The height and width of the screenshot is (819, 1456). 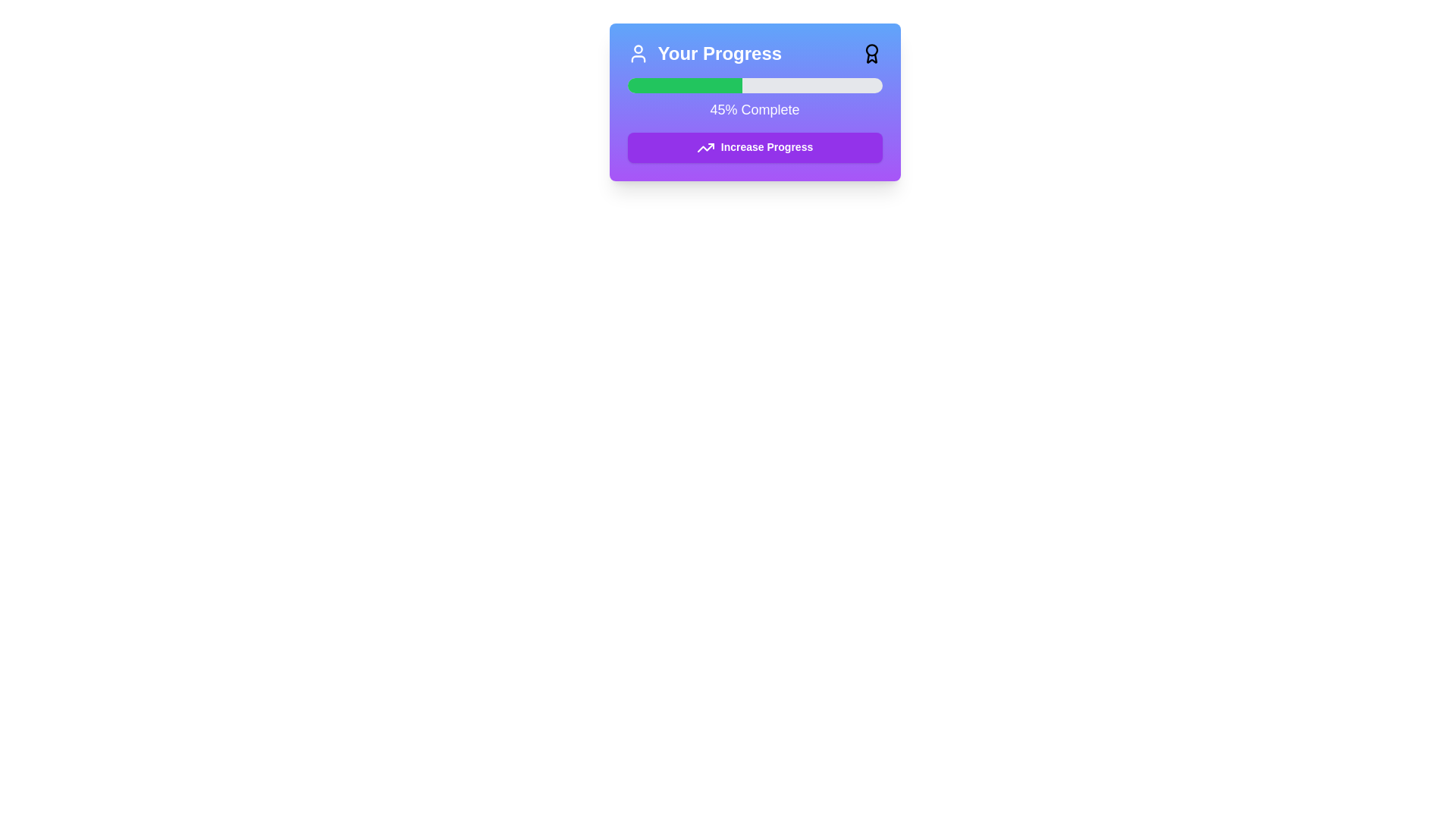 I want to click on the progress update button located at the bottom of the card-like component displaying '45% Complete', so click(x=755, y=148).